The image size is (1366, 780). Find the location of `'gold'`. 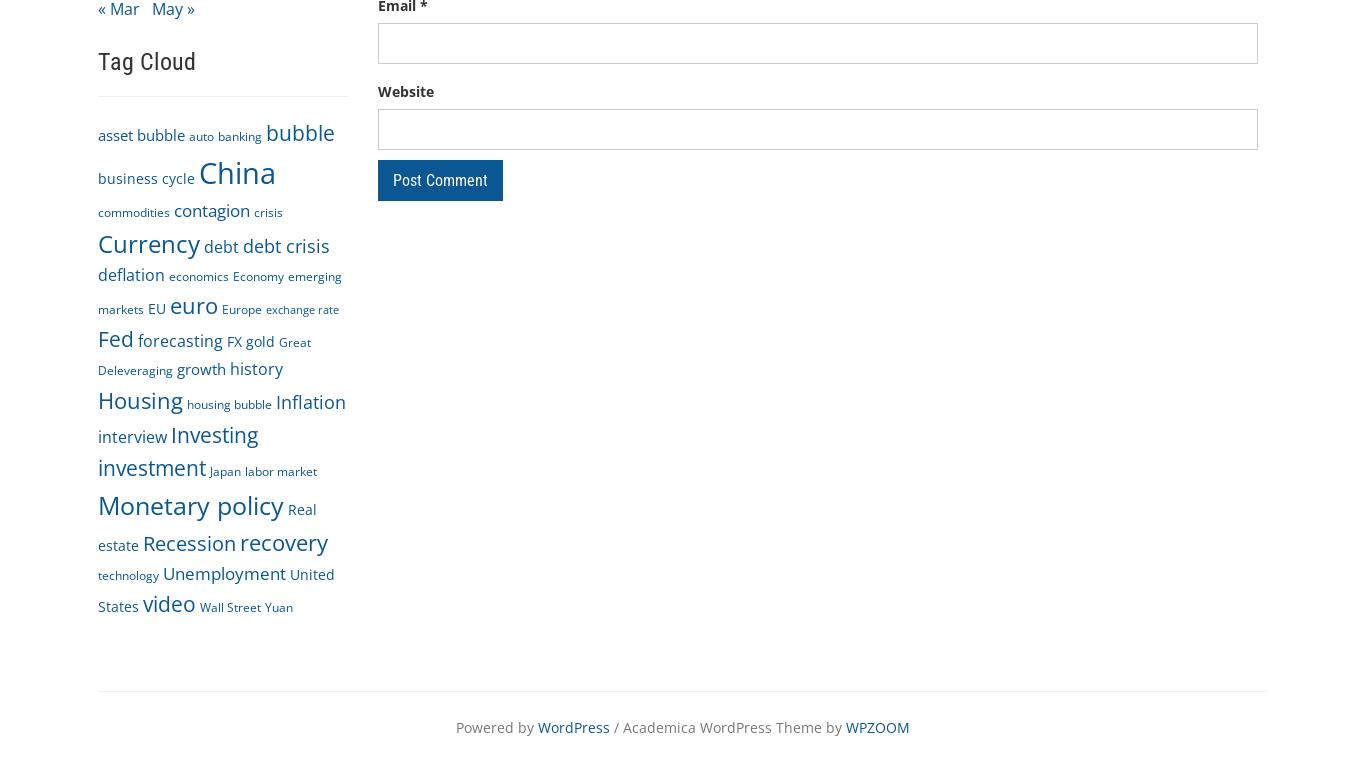

'gold' is located at coordinates (260, 340).